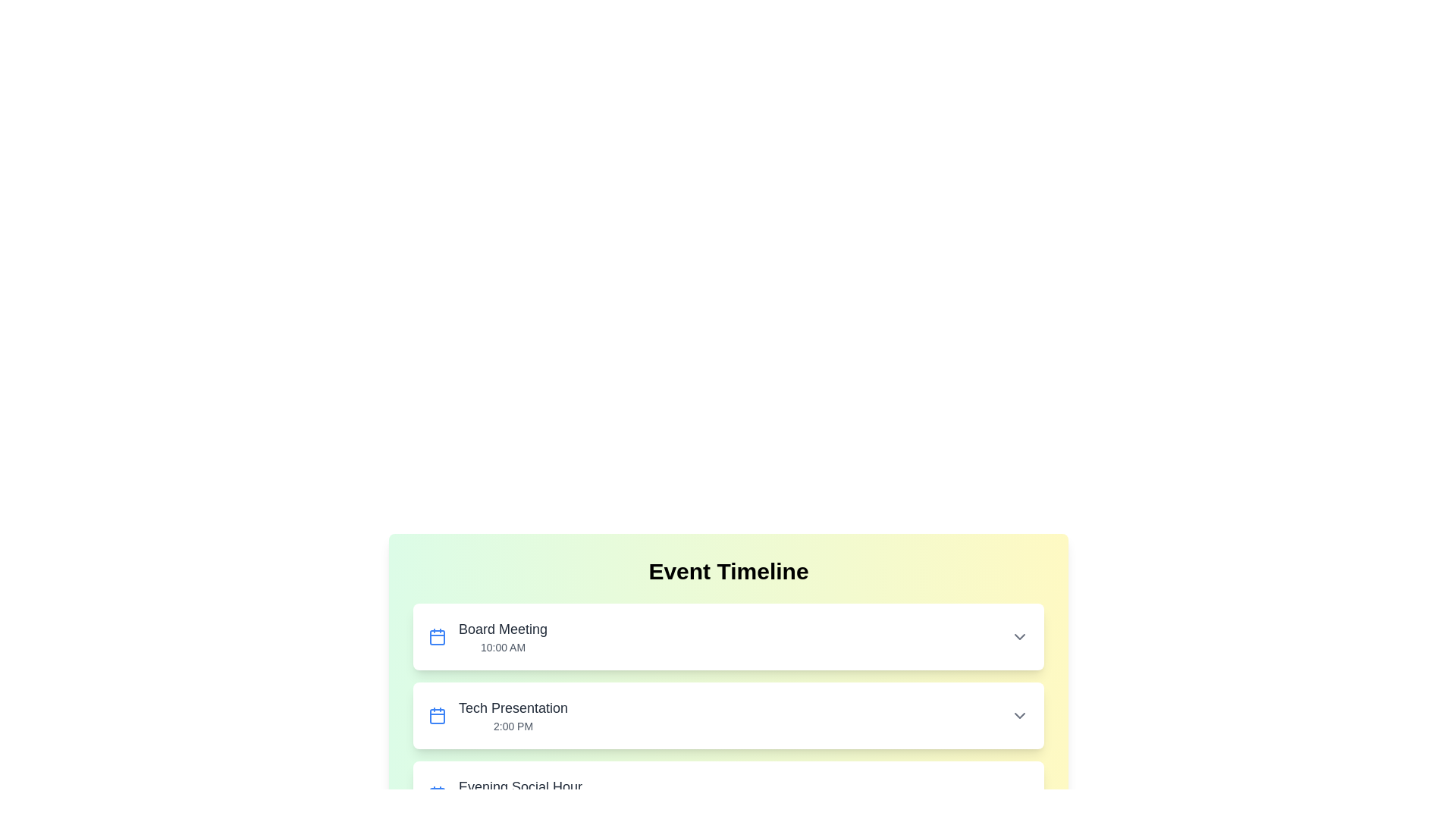  I want to click on the calendar icon with a blue outline for the 'Tech Presentation' event, which is the first component in the list item and aligned with the text's vertical center, so click(436, 716).